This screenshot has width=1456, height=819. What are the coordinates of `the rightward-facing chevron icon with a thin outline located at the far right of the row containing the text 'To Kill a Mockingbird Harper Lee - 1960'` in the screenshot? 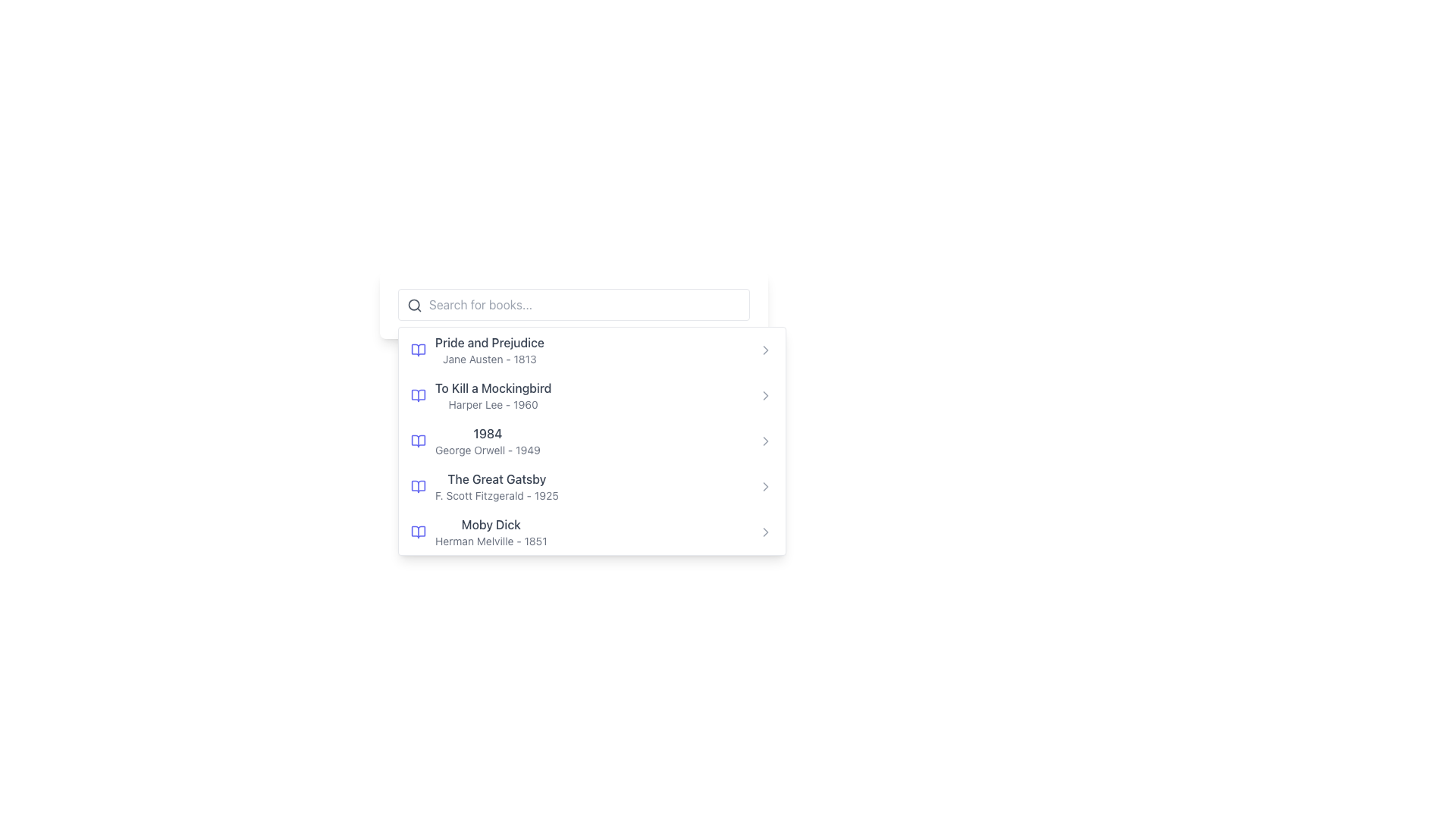 It's located at (765, 394).